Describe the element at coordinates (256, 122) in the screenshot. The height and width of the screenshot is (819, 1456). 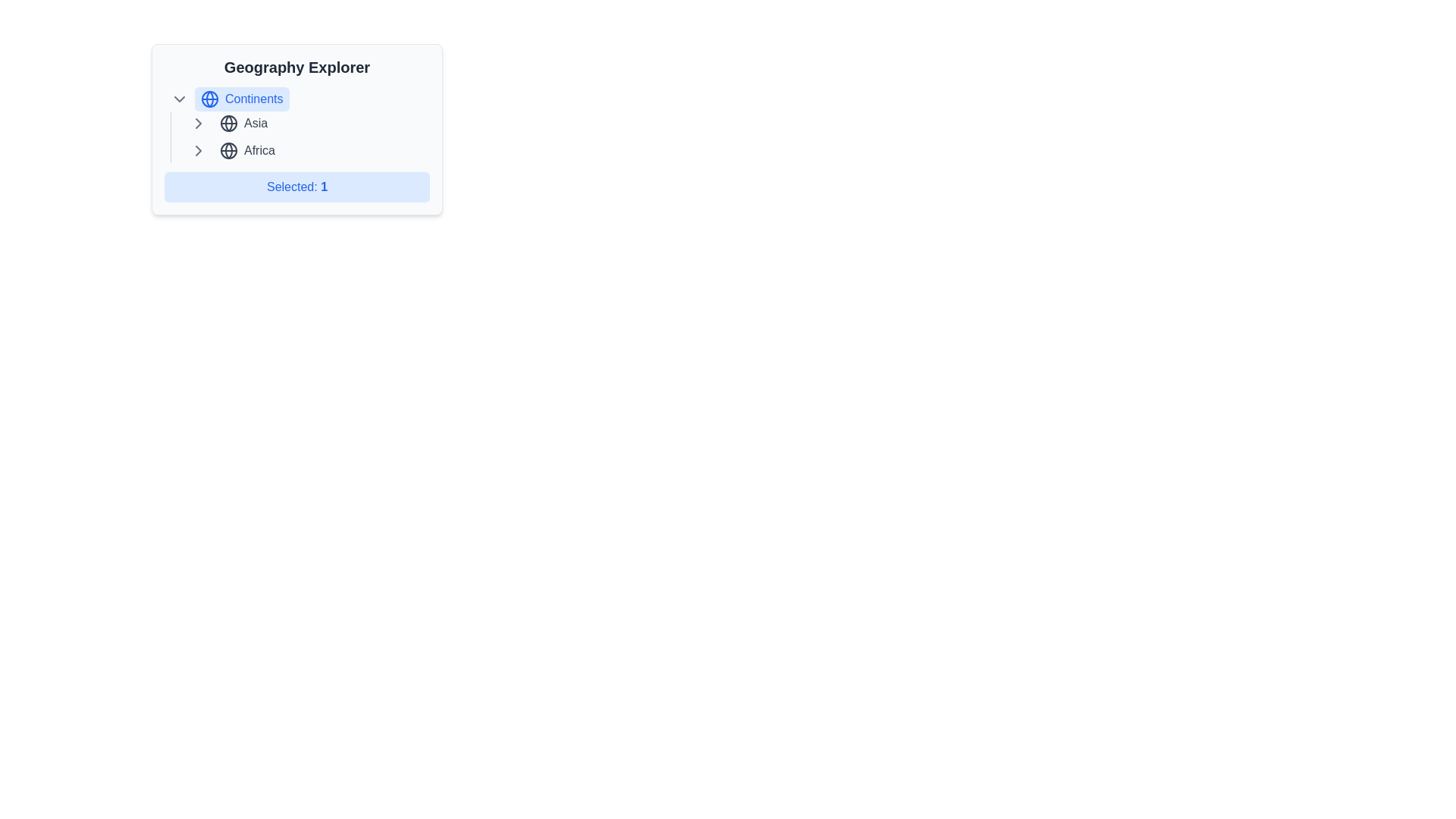
I see `the selectable label for the geographical region 'Asia'` at that location.